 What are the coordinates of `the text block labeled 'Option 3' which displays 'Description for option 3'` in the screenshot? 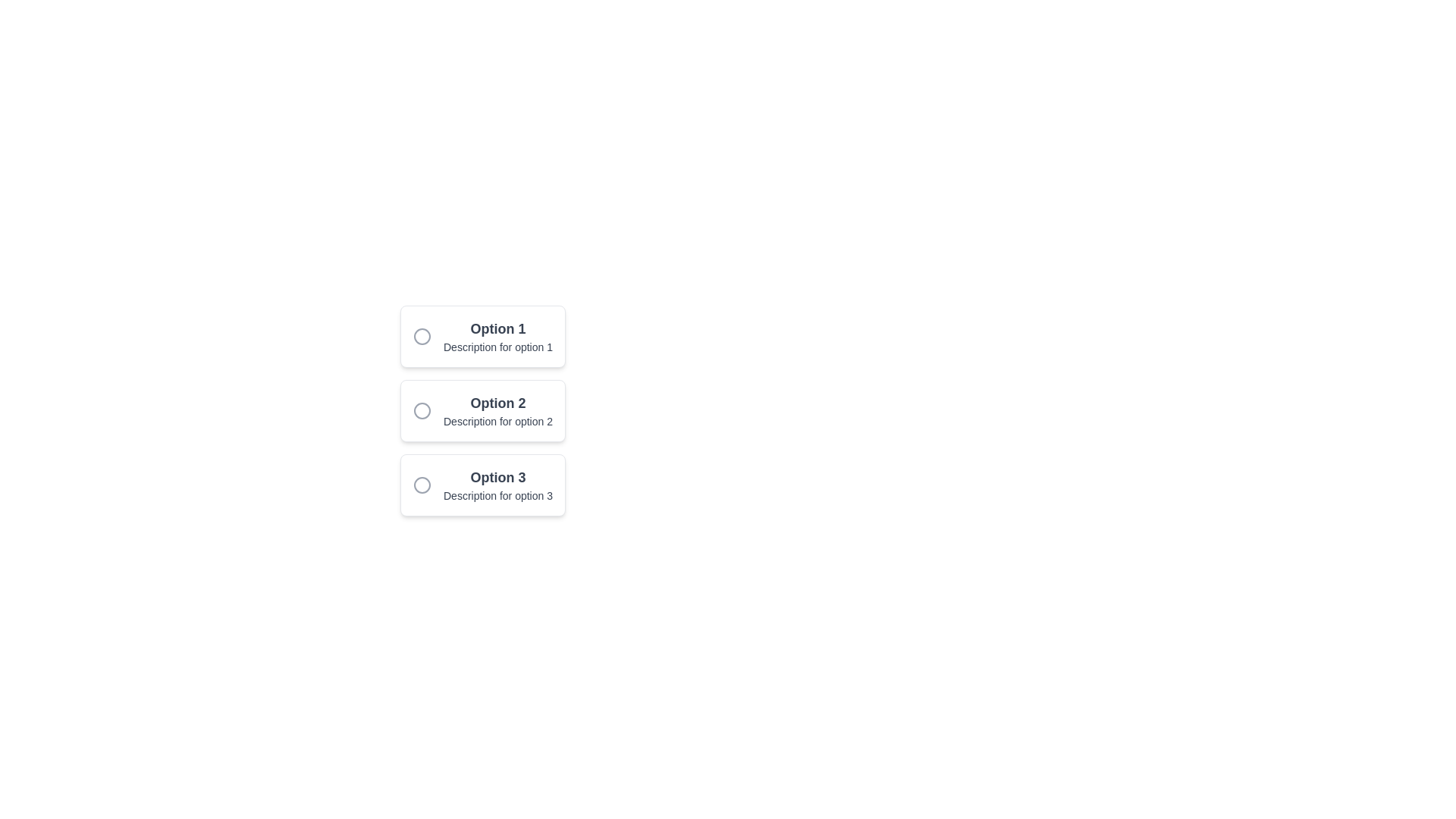 It's located at (498, 485).